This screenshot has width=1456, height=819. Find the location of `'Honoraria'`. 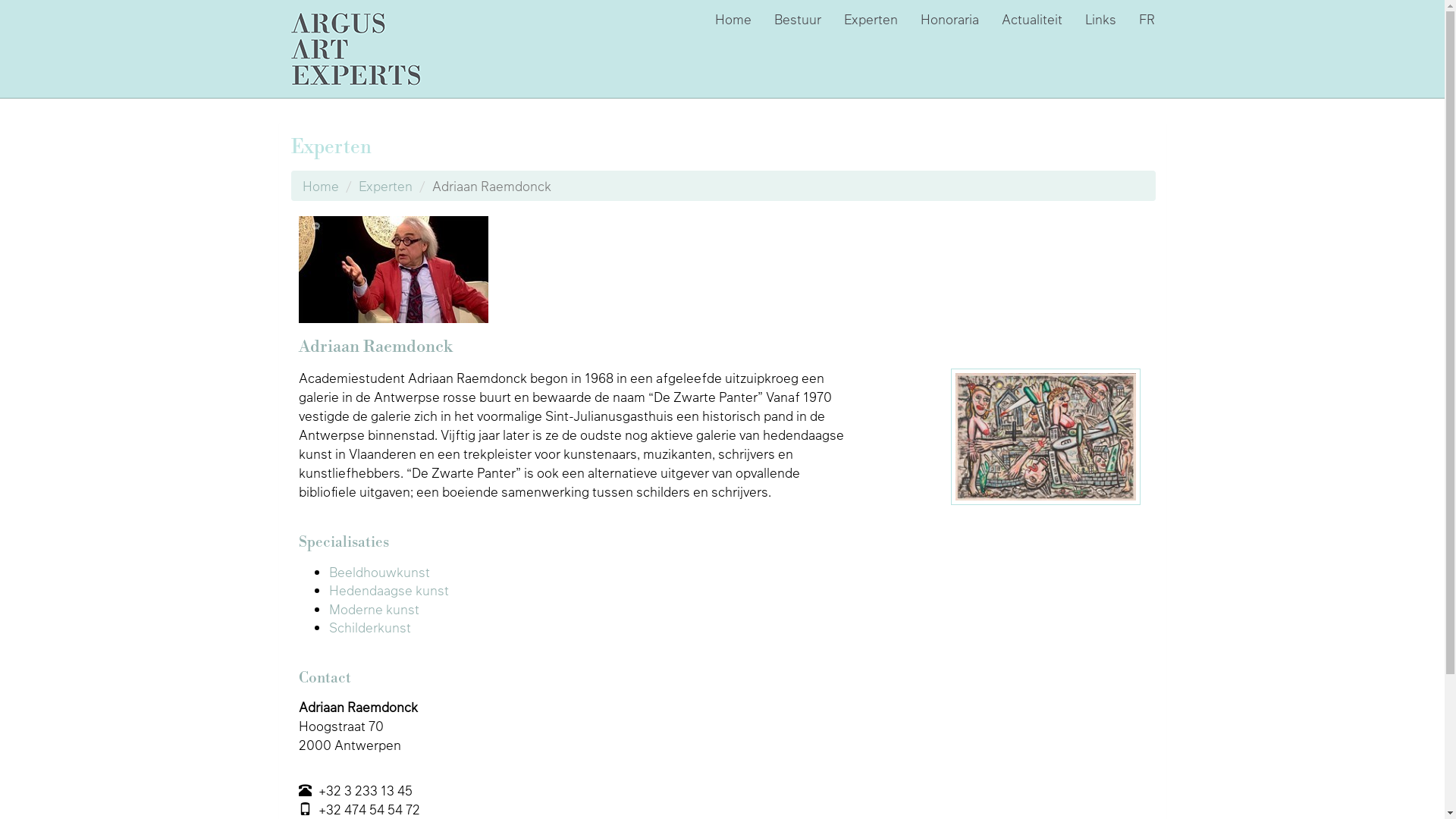

'Honoraria' is located at coordinates (908, 18).